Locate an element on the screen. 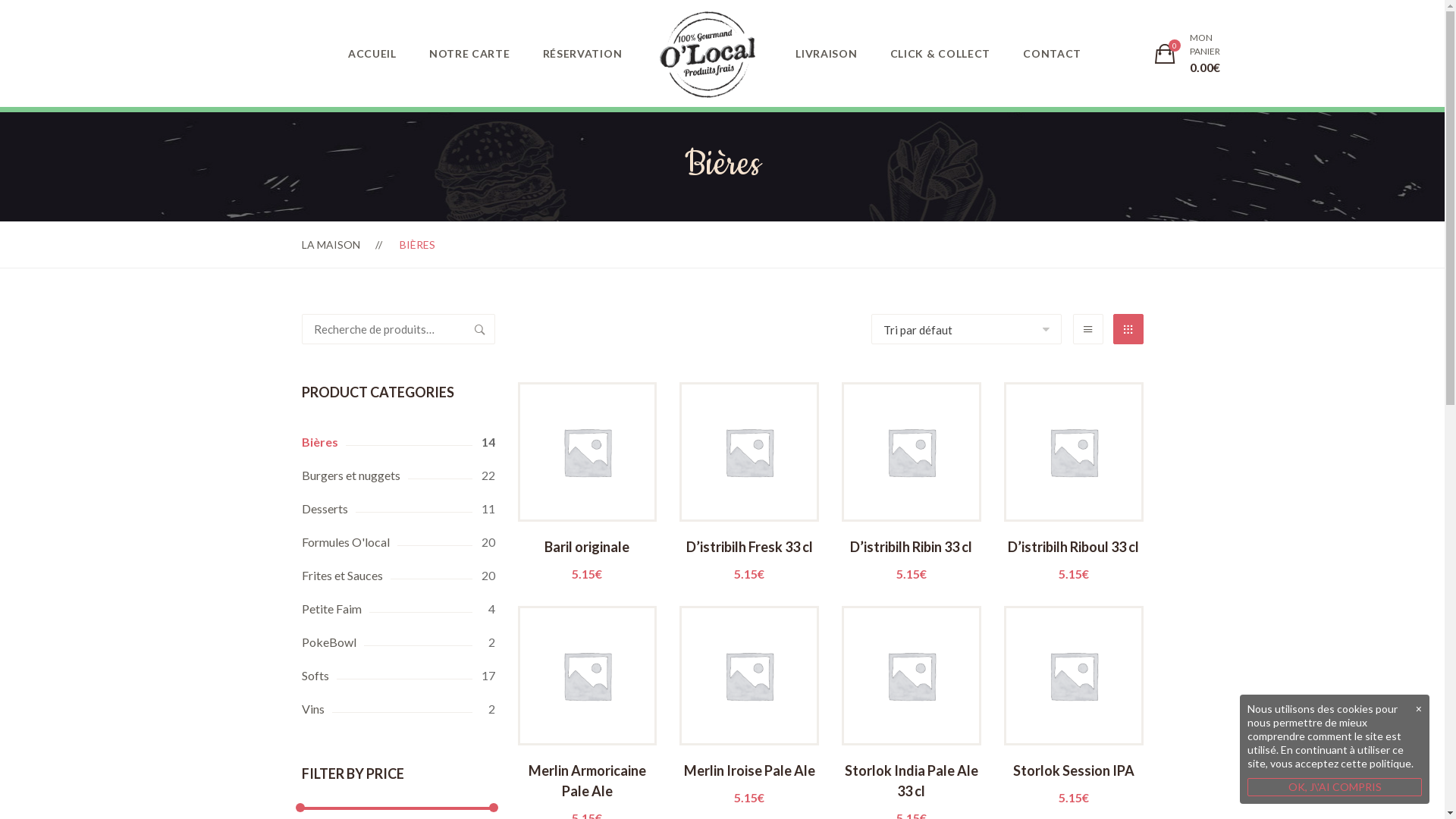 This screenshot has width=1456, height=819. 'LA MAISON' is located at coordinates (330, 243).